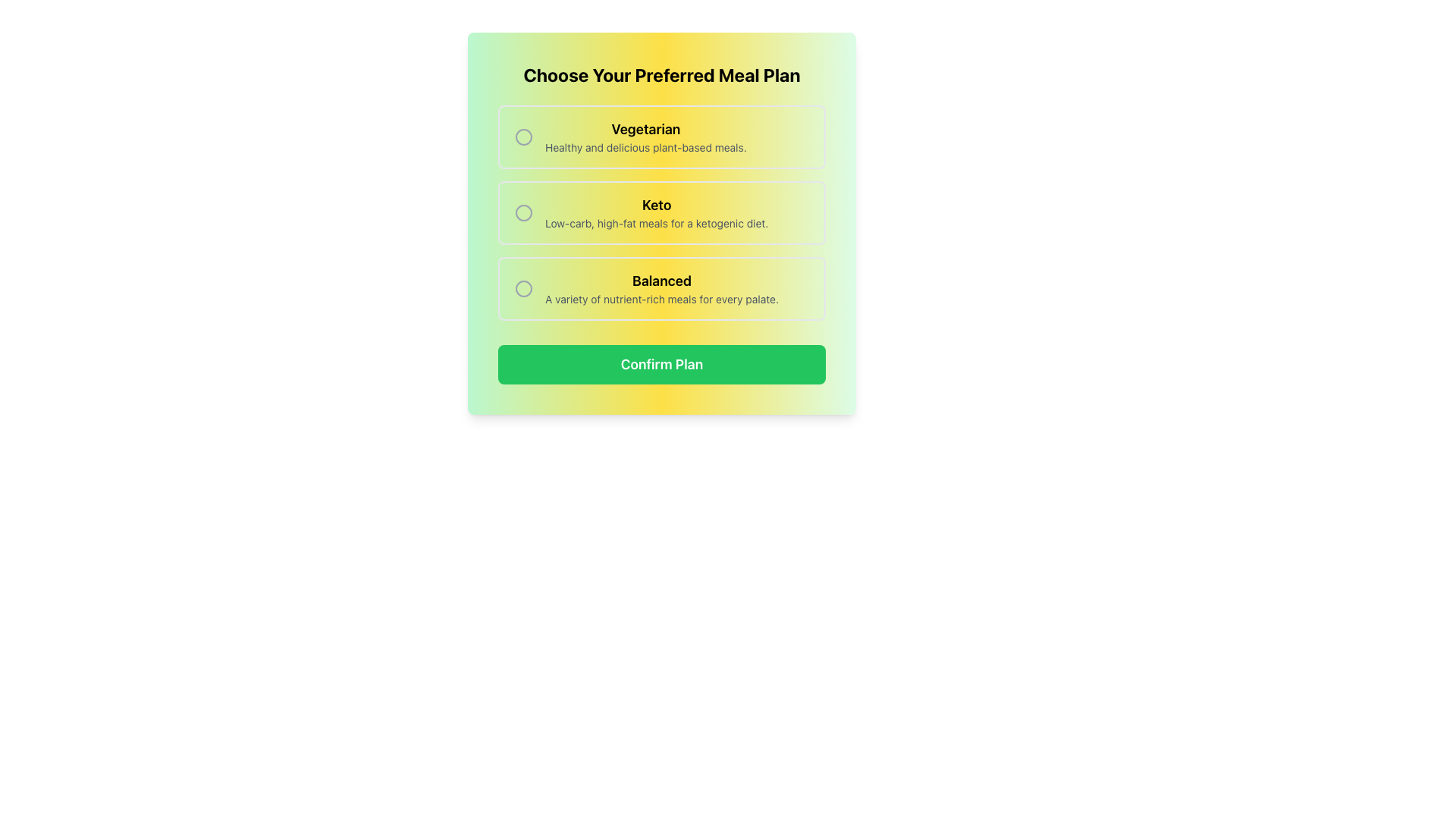 The height and width of the screenshot is (819, 1456). Describe the element at coordinates (645, 137) in the screenshot. I see `the text element that describes the 'Vegetarian' meal plan option` at that location.